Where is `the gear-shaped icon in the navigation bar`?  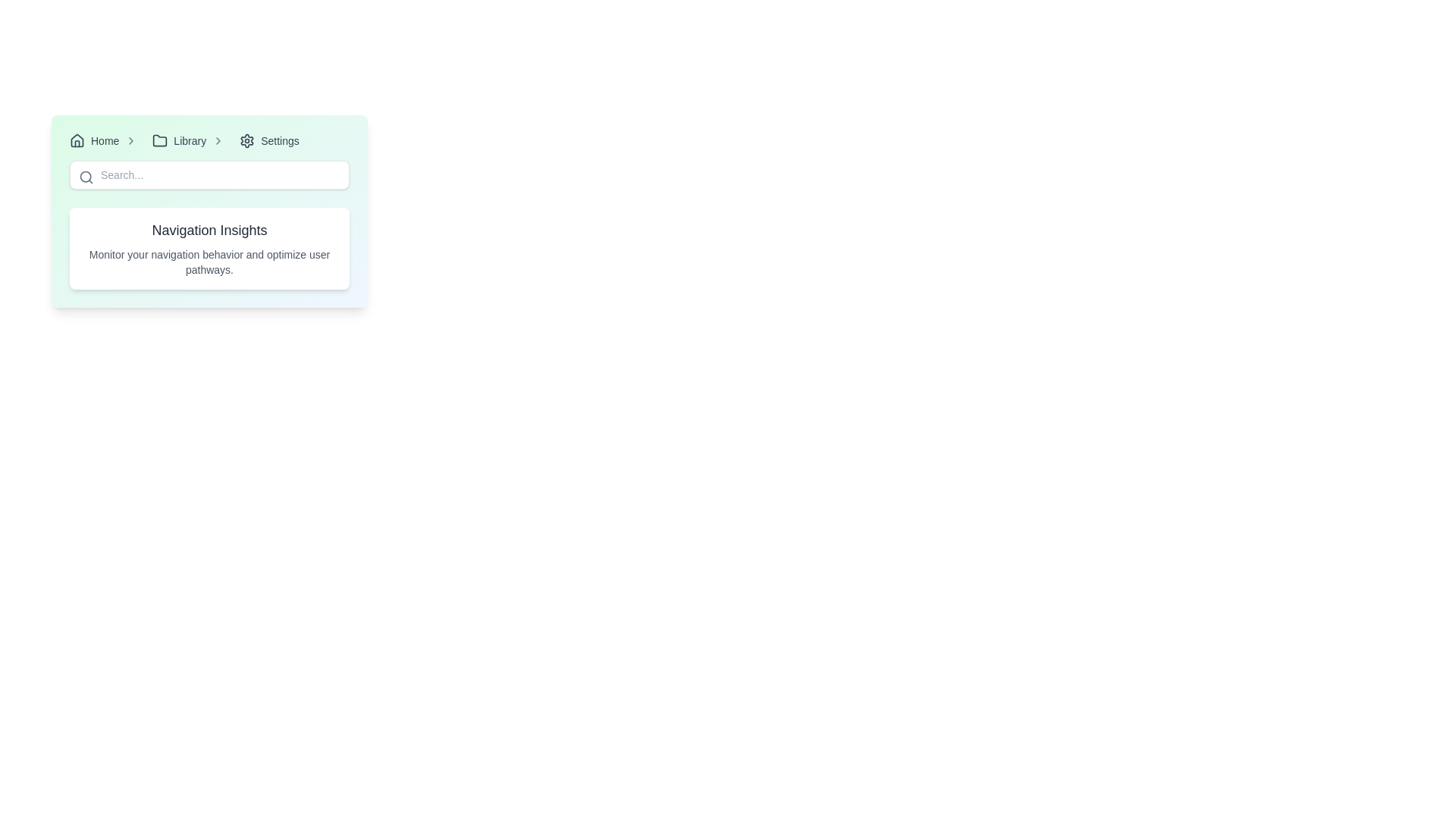
the gear-shaped icon in the navigation bar is located at coordinates (247, 140).